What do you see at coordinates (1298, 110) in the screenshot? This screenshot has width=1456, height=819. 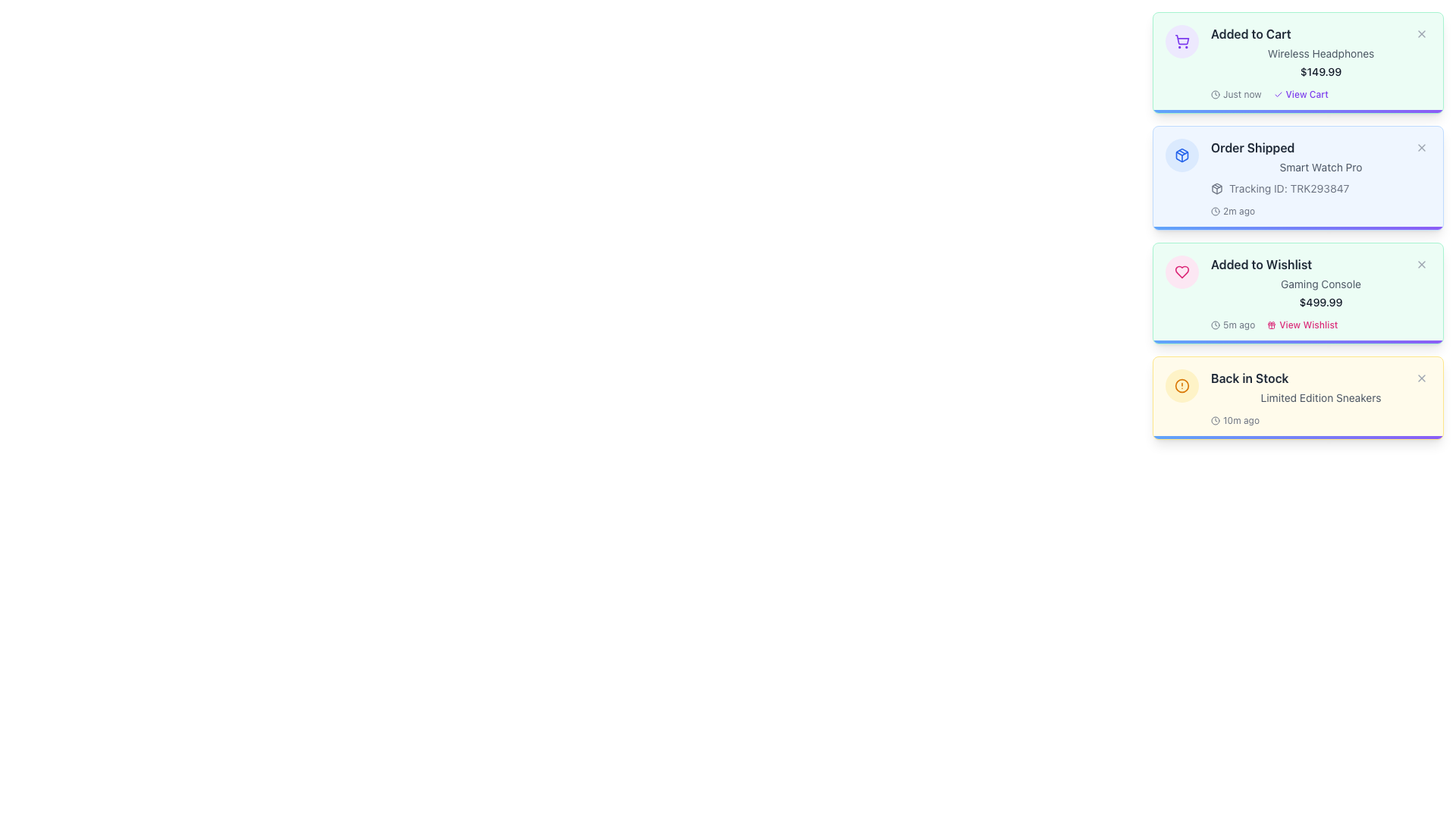 I see `the Progress Bar at the bottom of the 'Added to Cart' notification box, which indicates loading or timeout status` at bounding box center [1298, 110].